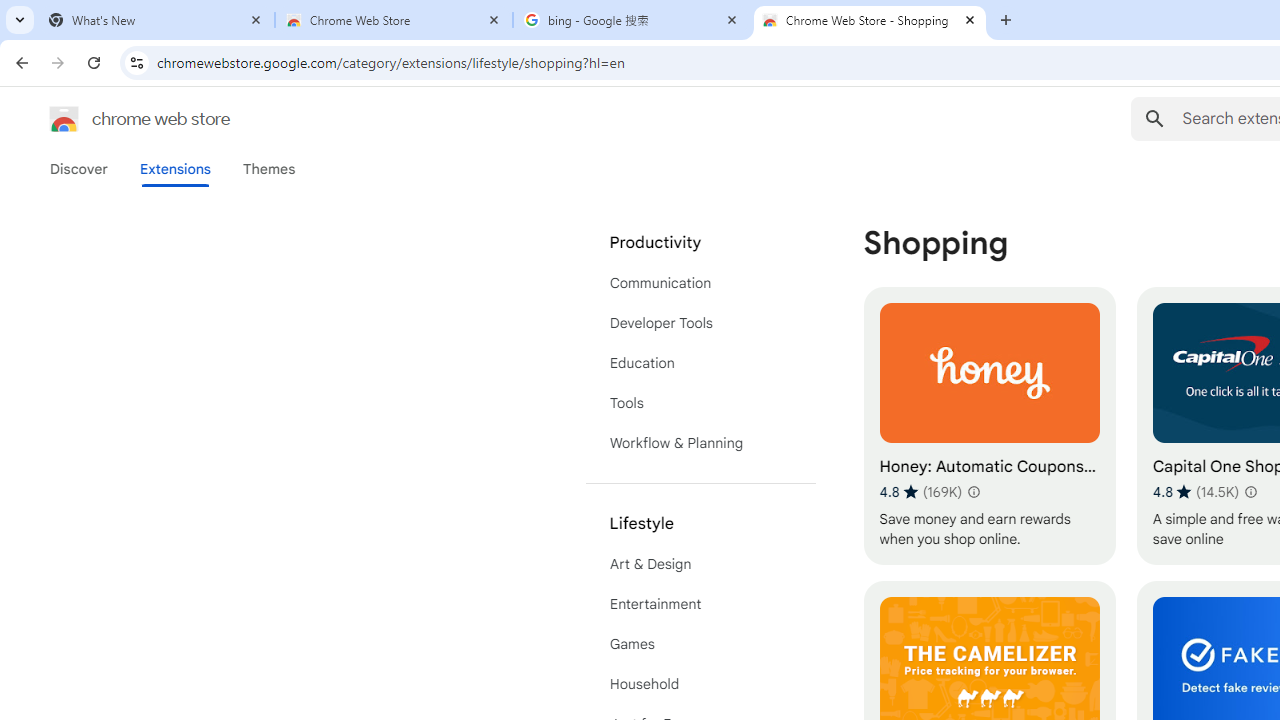  I want to click on 'Average rating 4.8 out of 5 stars. 14.5K ratings.', so click(1196, 491).